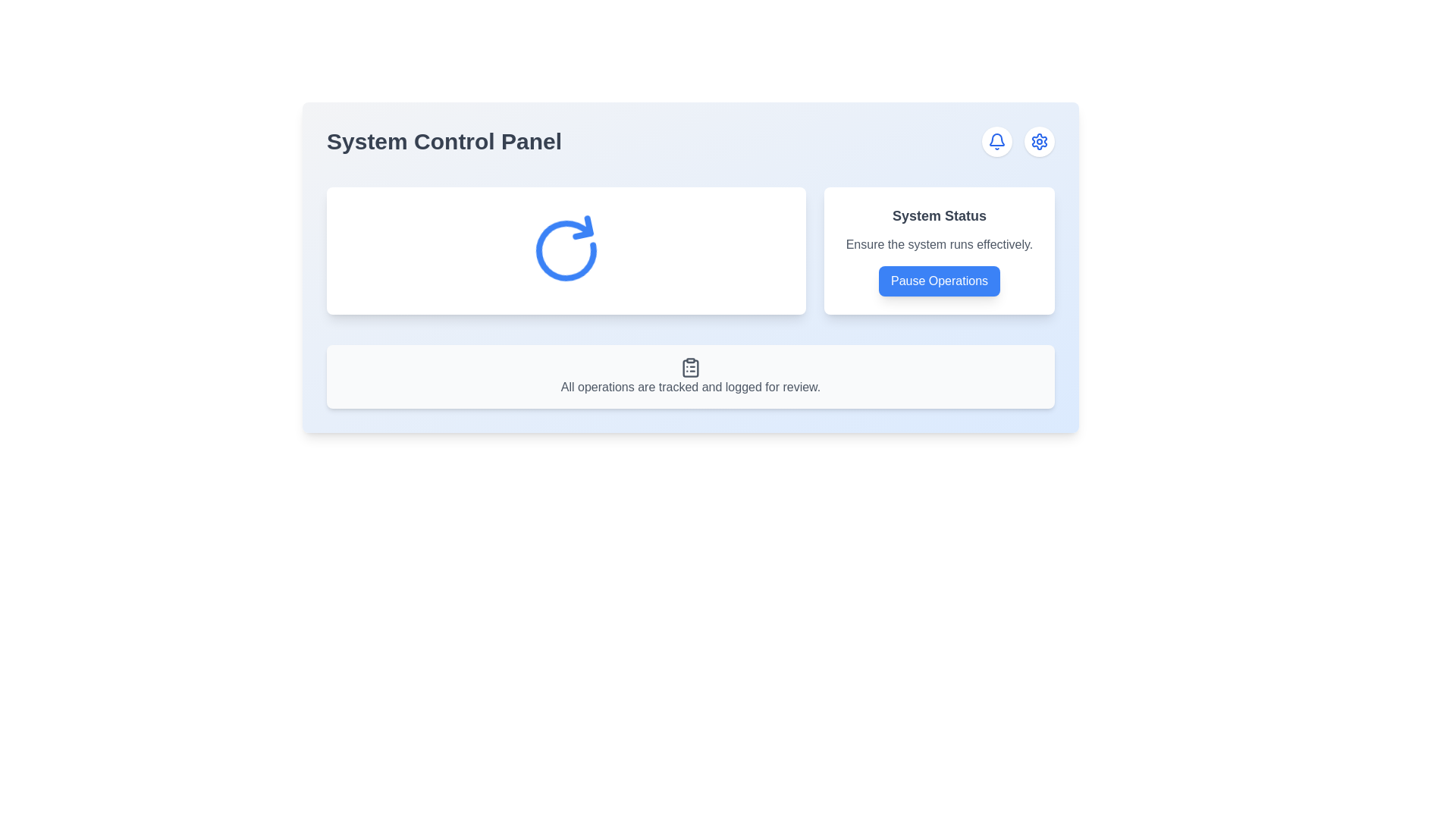 The image size is (1456, 819). Describe the element at coordinates (690, 368) in the screenshot. I see `the operations tracking icon, which is visually represented above the text 'All operations are tracked and logged for review.'` at that location.